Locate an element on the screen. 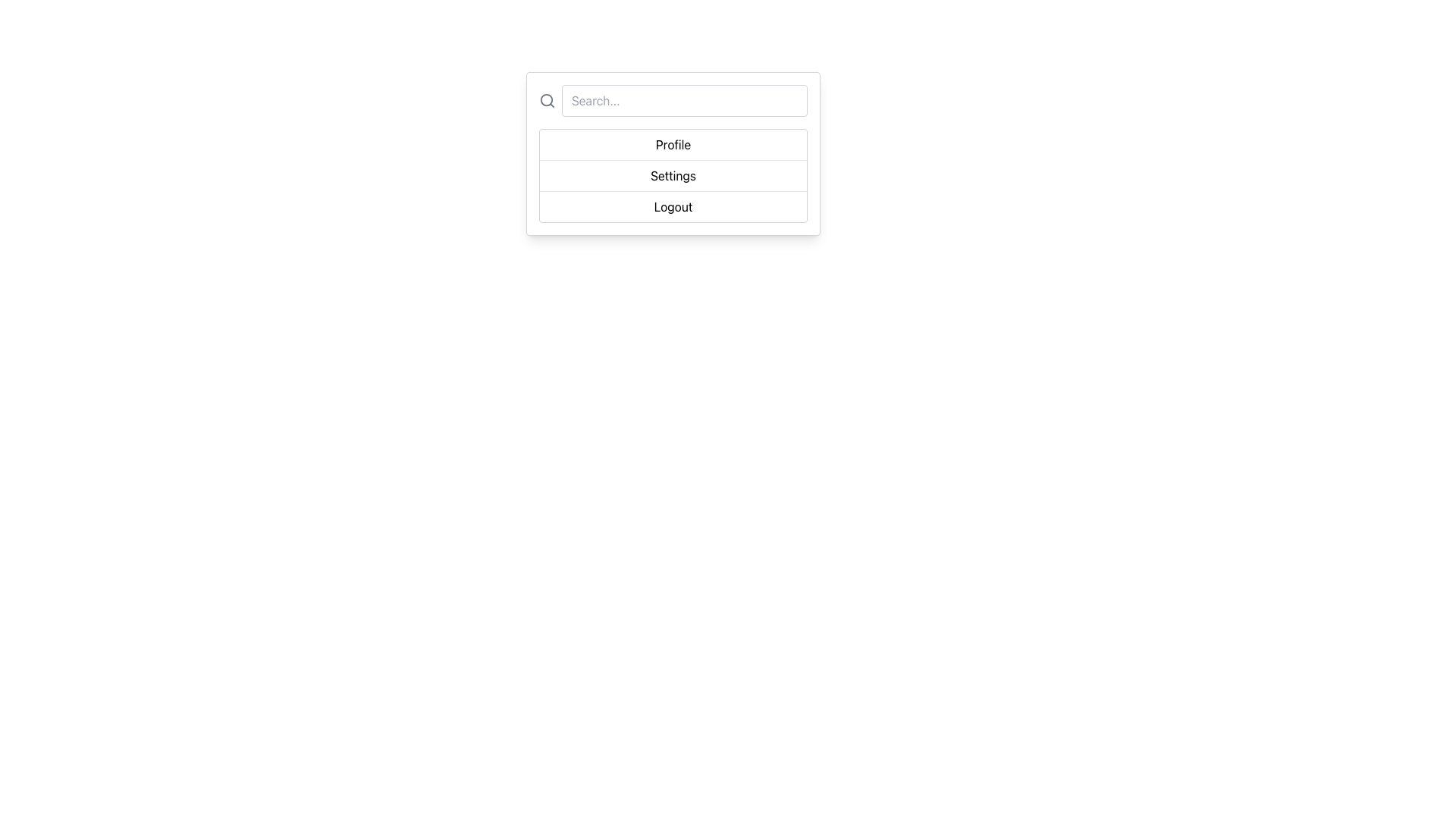 The width and height of the screenshot is (1456, 819). the 'Settings' button, which is the second item in the dropdown menu containing 'Profile', 'Settings', and 'Logout' is located at coordinates (673, 174).